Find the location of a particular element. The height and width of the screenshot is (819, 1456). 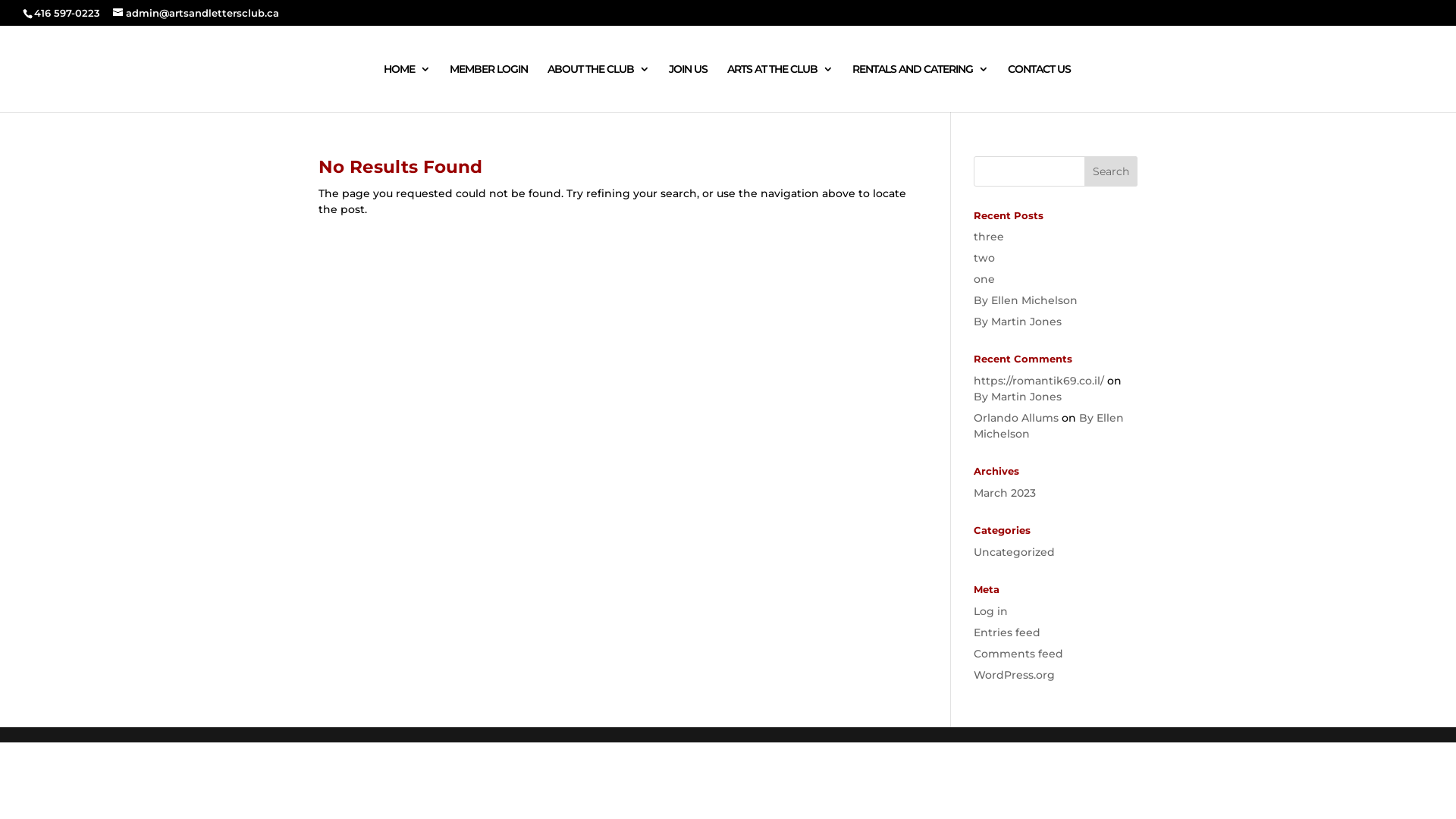

'one' is located at coordinates (984, 278).